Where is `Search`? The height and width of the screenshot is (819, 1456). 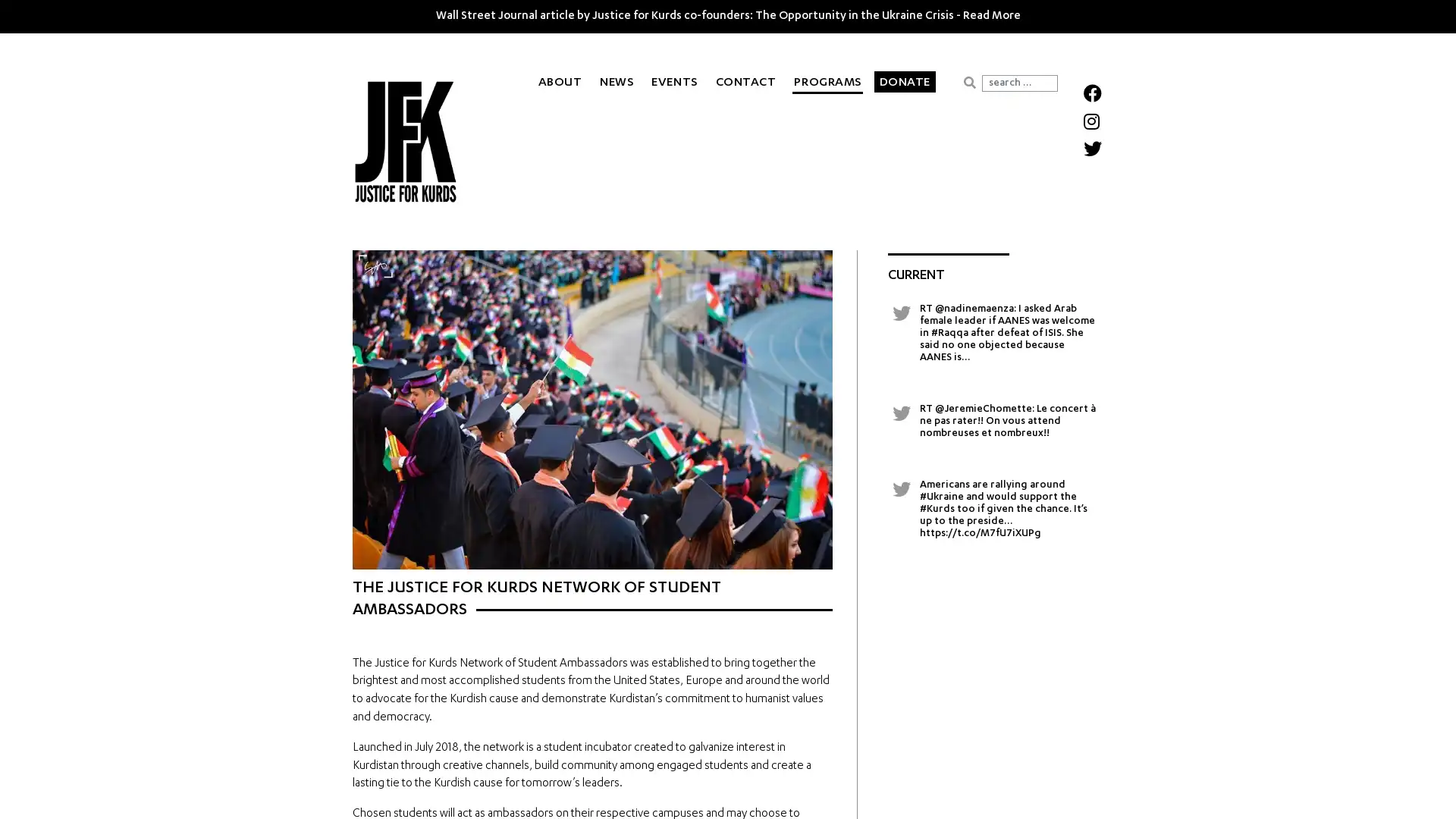
Search is located at coordinates (968, 82).